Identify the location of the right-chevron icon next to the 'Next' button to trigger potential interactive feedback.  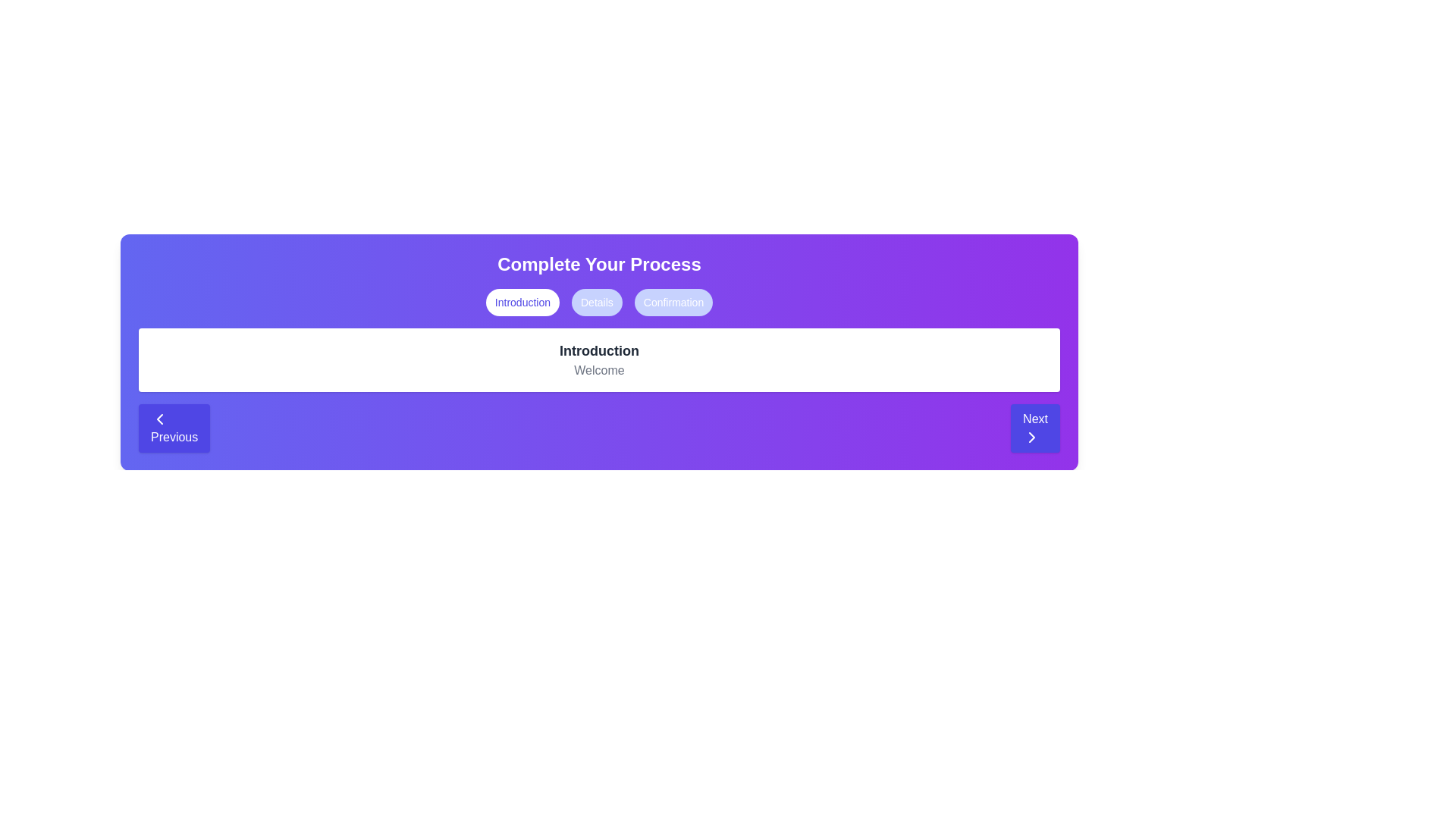
(1031, 438).